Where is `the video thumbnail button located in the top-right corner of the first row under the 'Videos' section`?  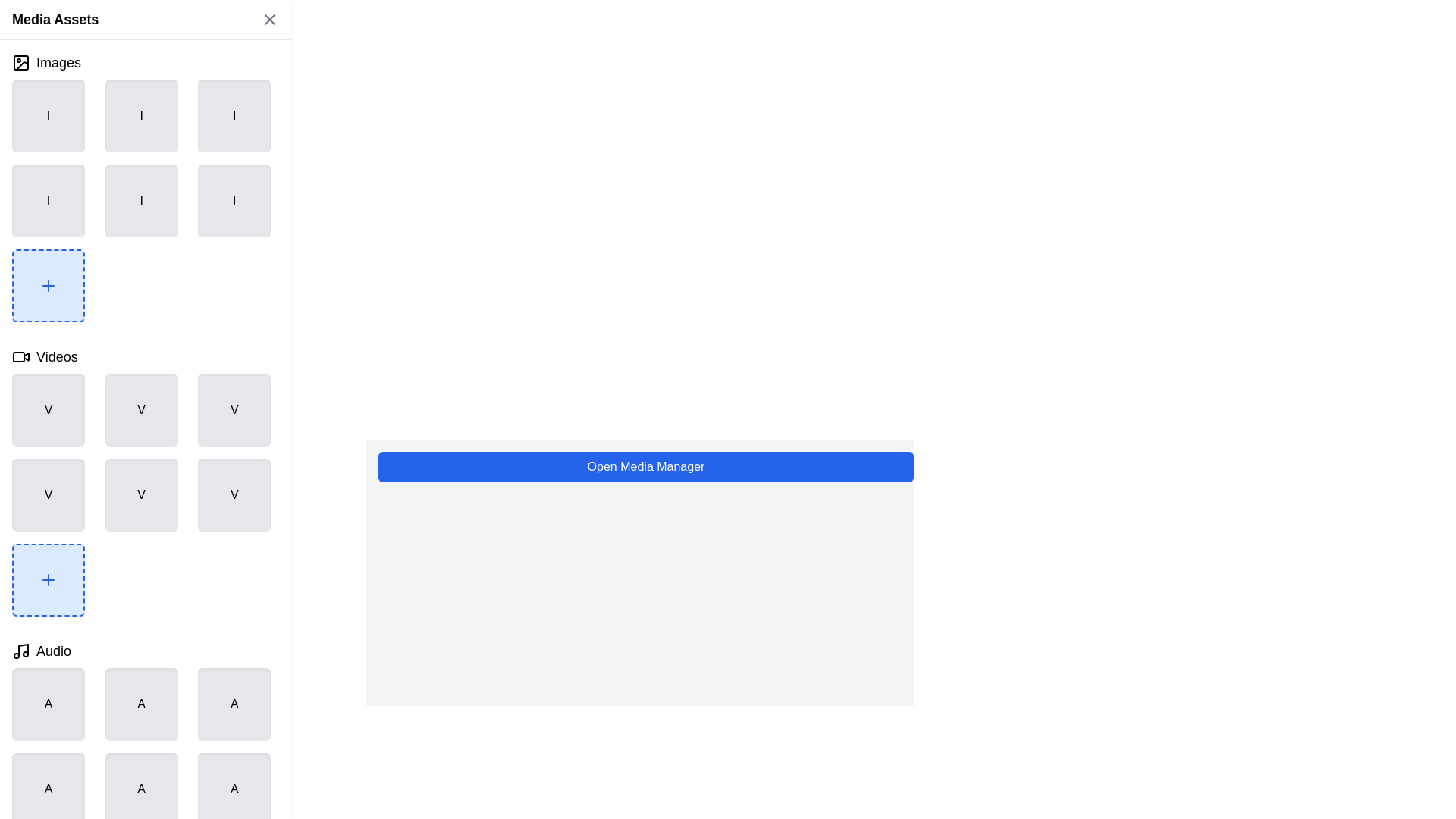
the video thumbnail button located in the top-right corner of the first row under the 'Videos' section is located at coordinates (234, 409).